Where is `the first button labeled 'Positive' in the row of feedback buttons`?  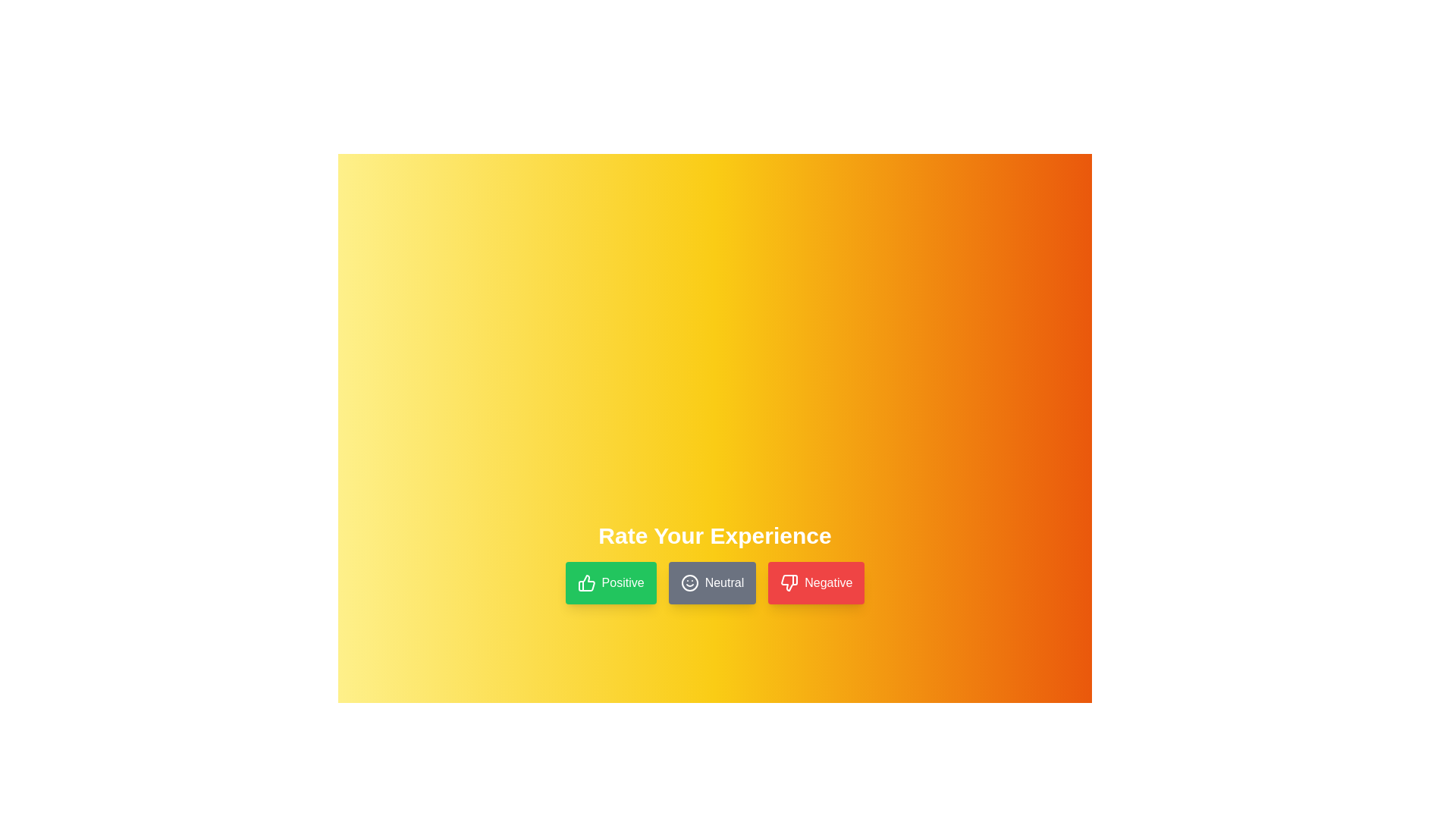 the first button labeled 'Positive' in the row of feedback buttons is located at coordinates (610, 582).